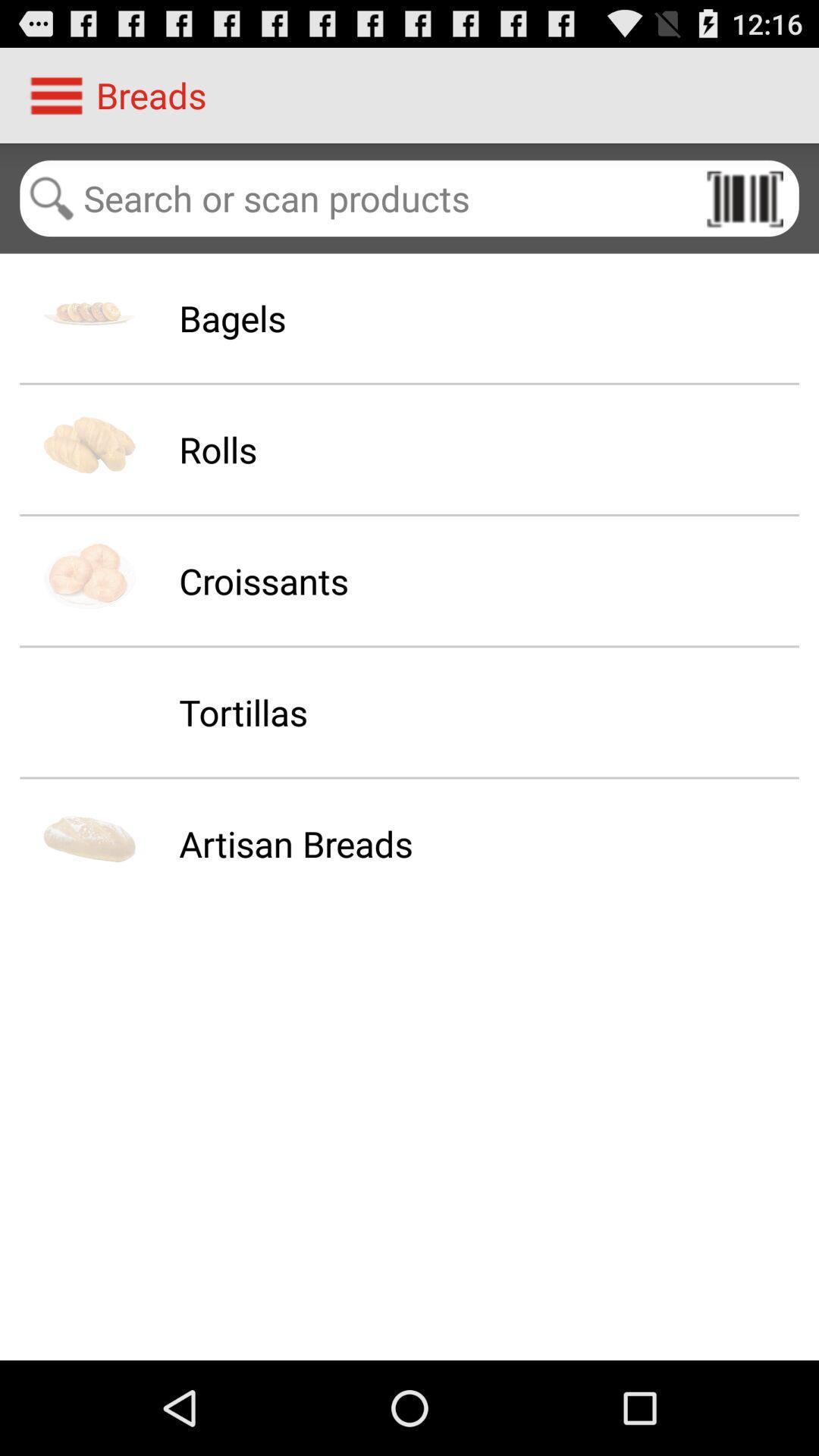  What do you see at coordinates (296, 843) in the screenshot?
I see `the app at the center` at bounding box center [296, 843].